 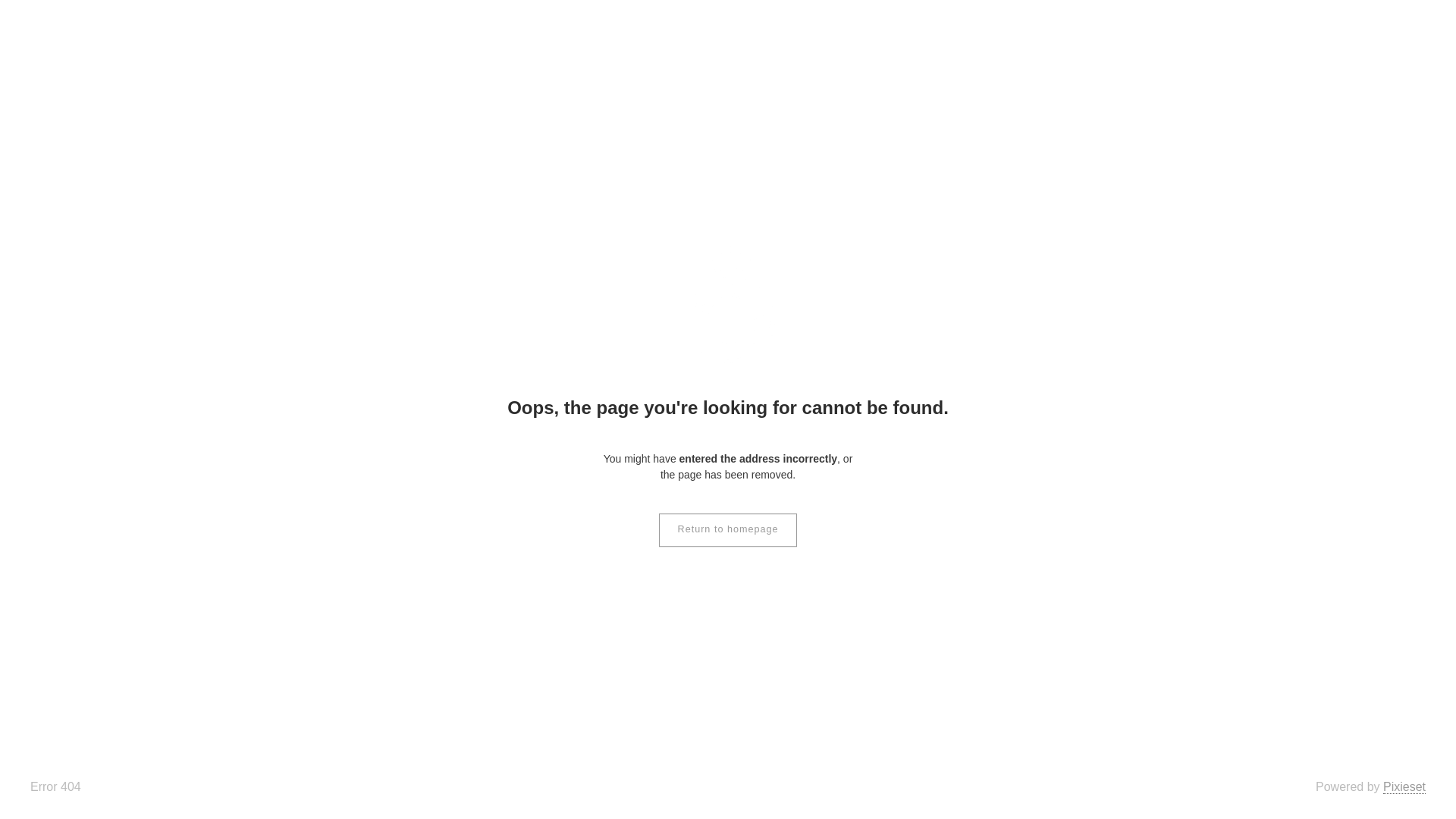 What do you see at coordinates (728, 529) in the screenshot?
I see `'Return to homepage'` at bounding box center [728, 529].